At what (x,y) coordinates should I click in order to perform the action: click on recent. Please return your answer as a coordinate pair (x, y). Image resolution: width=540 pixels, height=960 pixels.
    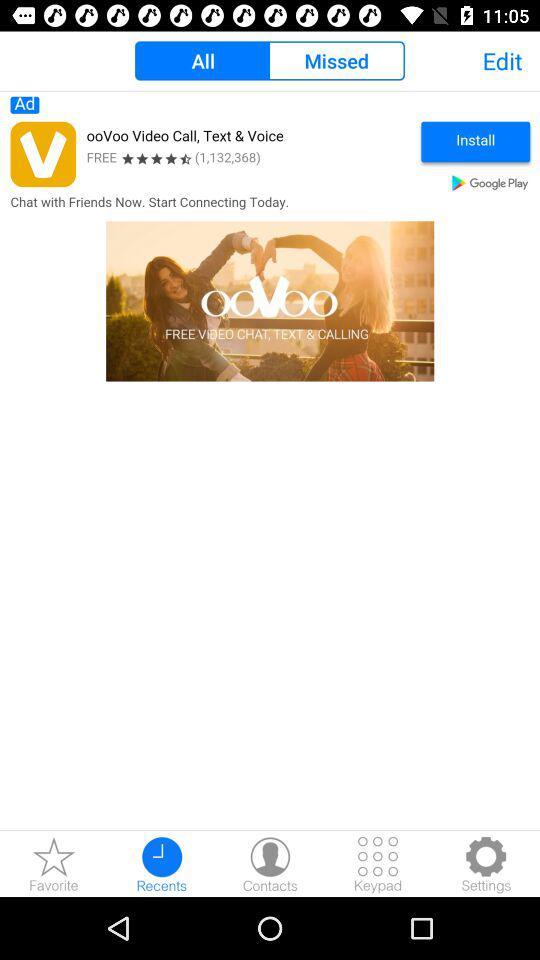
    Looking at the image, I should click on (161, 863).